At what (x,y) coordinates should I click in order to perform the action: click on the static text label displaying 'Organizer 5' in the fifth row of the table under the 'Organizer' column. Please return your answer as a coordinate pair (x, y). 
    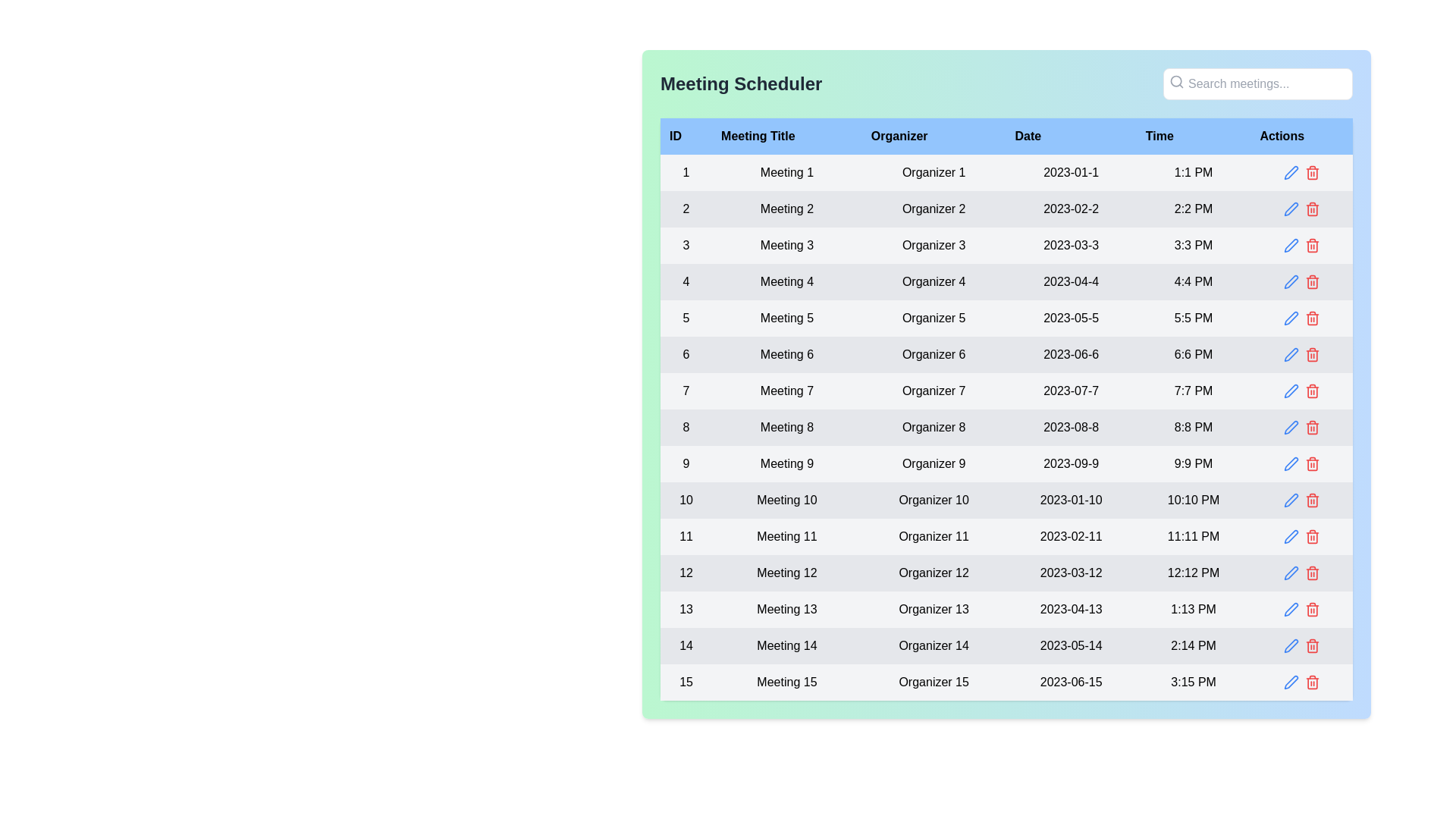
    Looking at the image, I should click on (933, 318).